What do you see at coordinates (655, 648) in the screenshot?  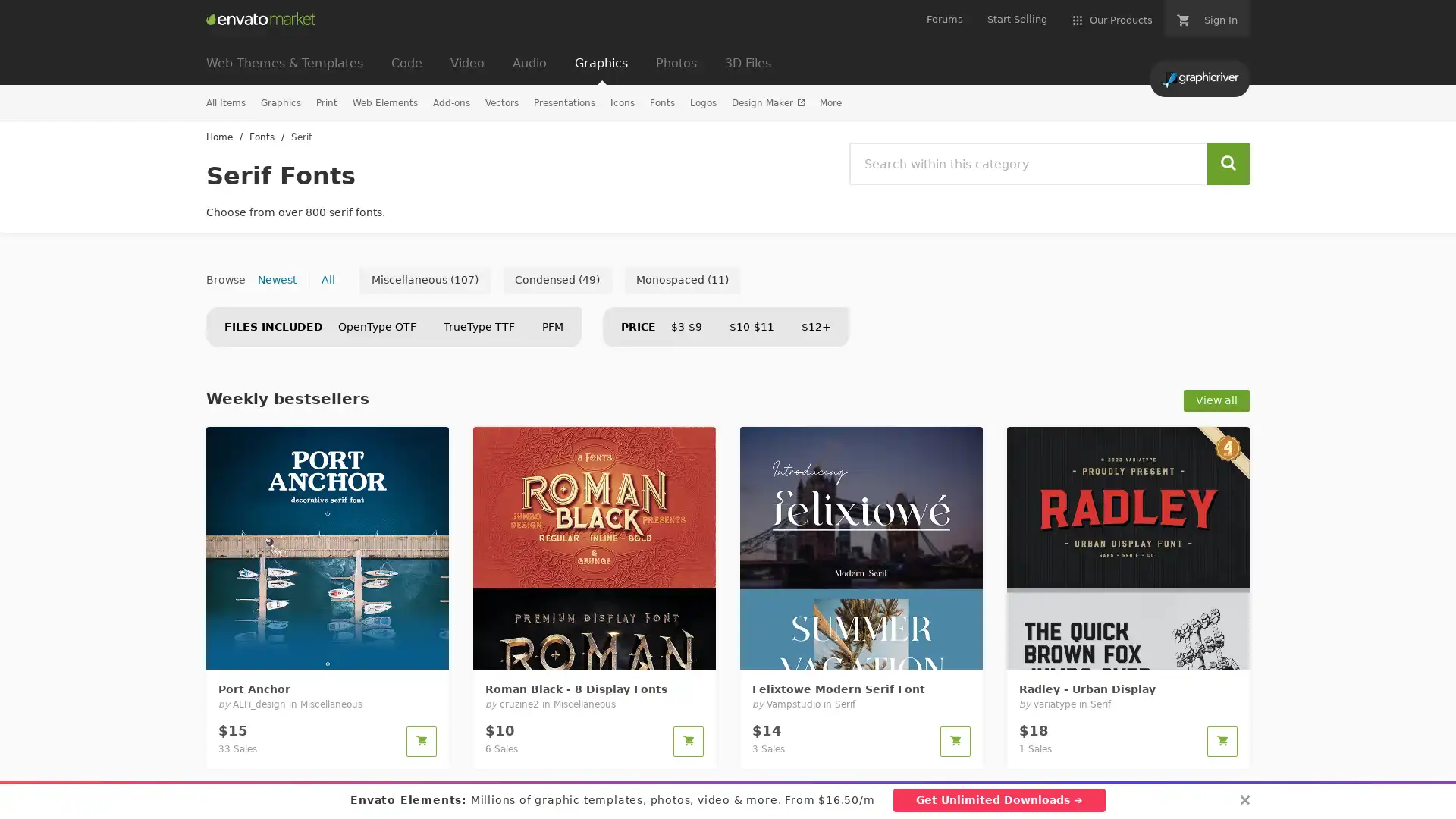 I see `Add to collection` at bounding box center [655, 648].